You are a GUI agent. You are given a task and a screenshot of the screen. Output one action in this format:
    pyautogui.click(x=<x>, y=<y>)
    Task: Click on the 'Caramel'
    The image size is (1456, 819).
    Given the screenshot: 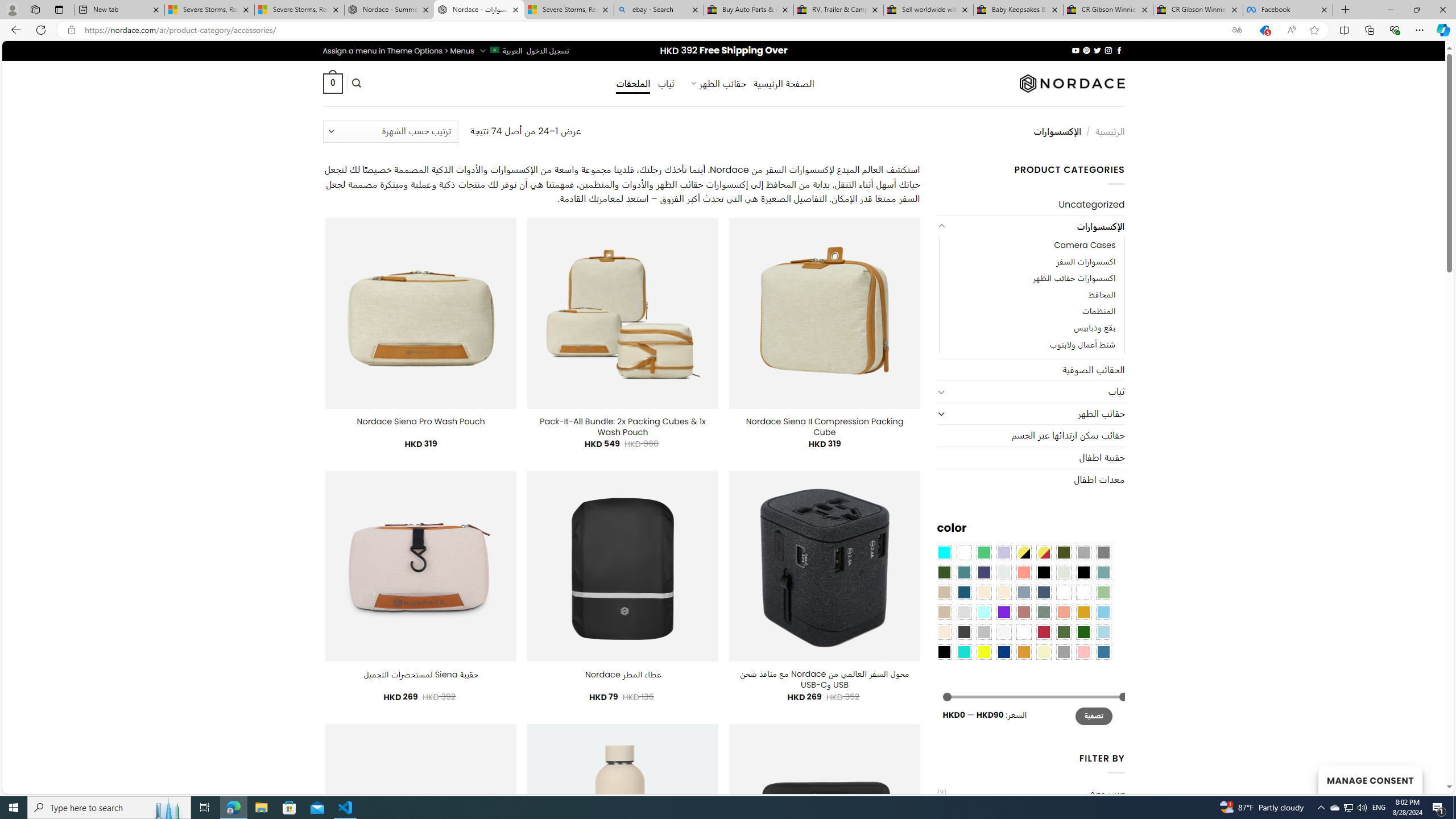 What is the action you would take?
    pyautogui.click(x=983, y=592)
    